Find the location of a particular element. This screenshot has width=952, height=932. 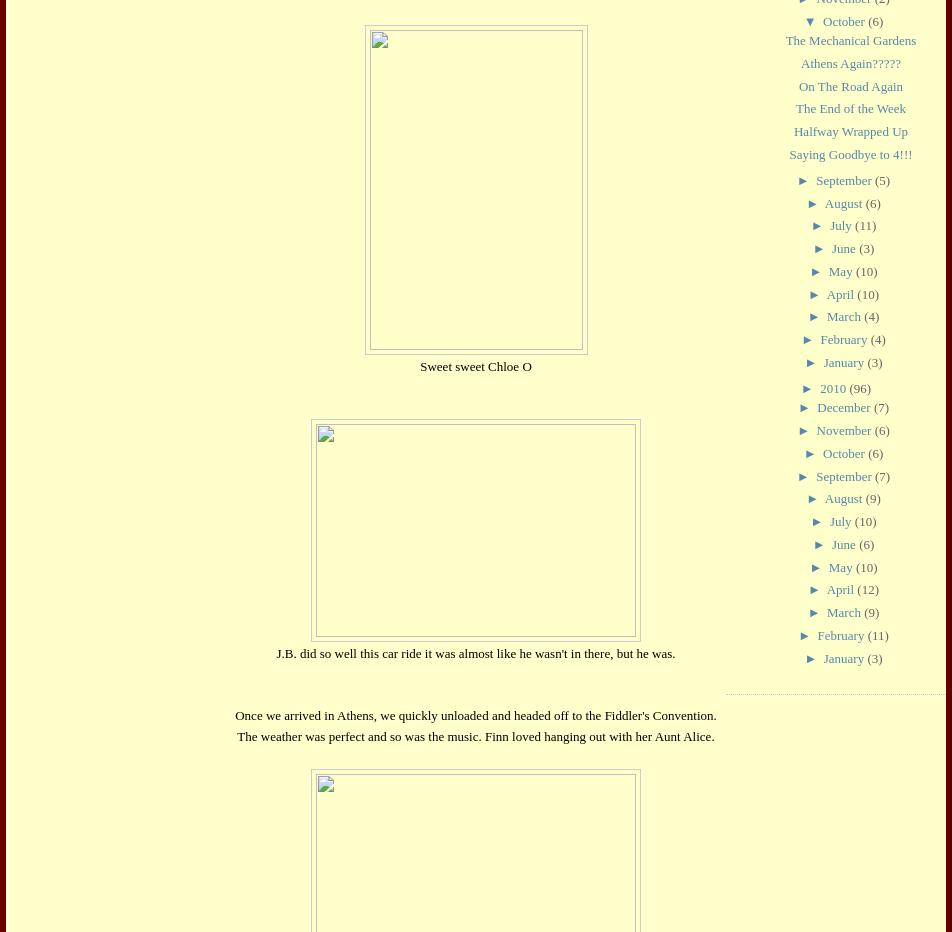

'On The Road Again' is located at coordinates (850, 85).